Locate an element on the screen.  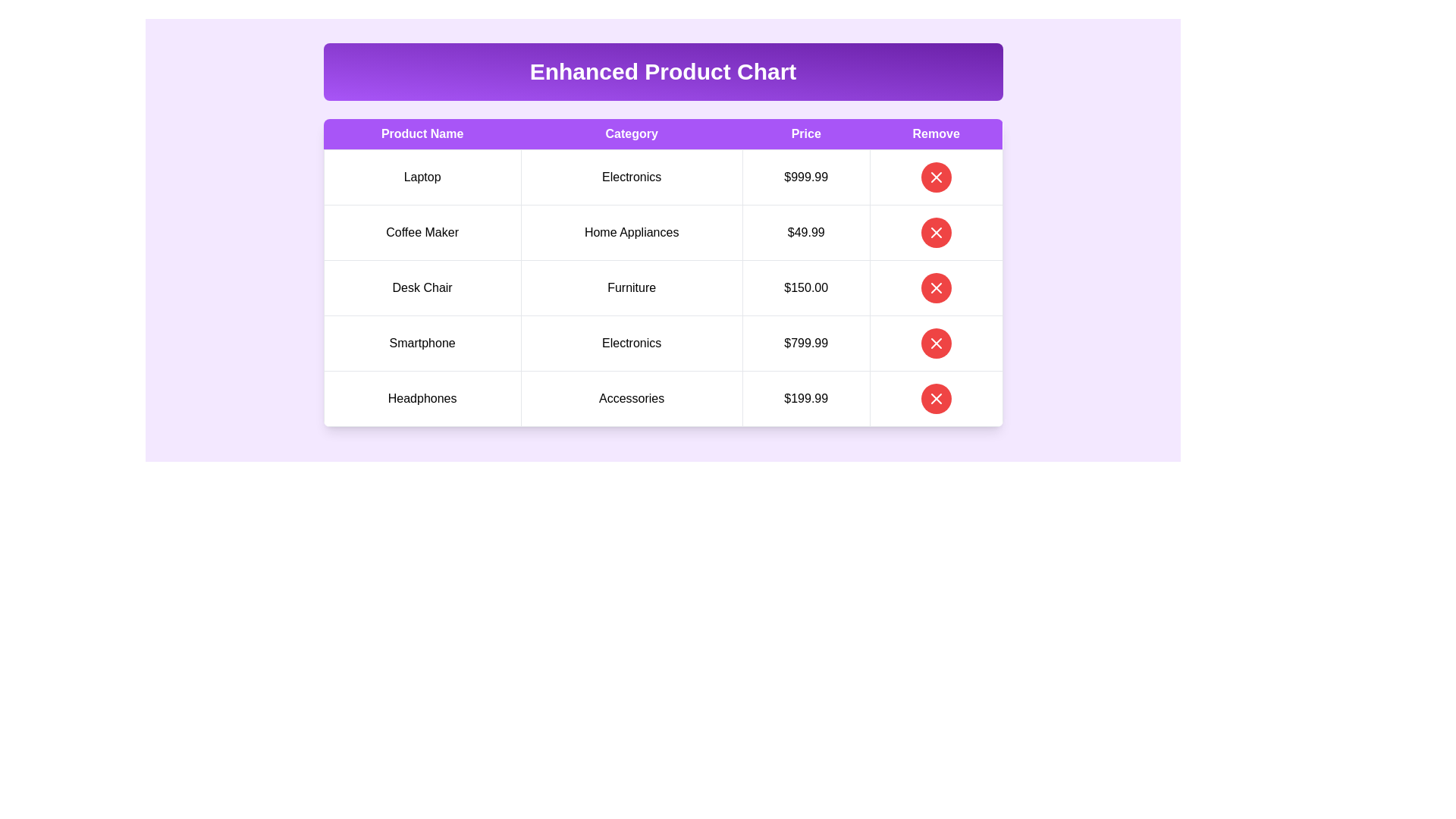
the 'Remove' button located in the last column of the last row in the table is located at coordinates (935, 343).